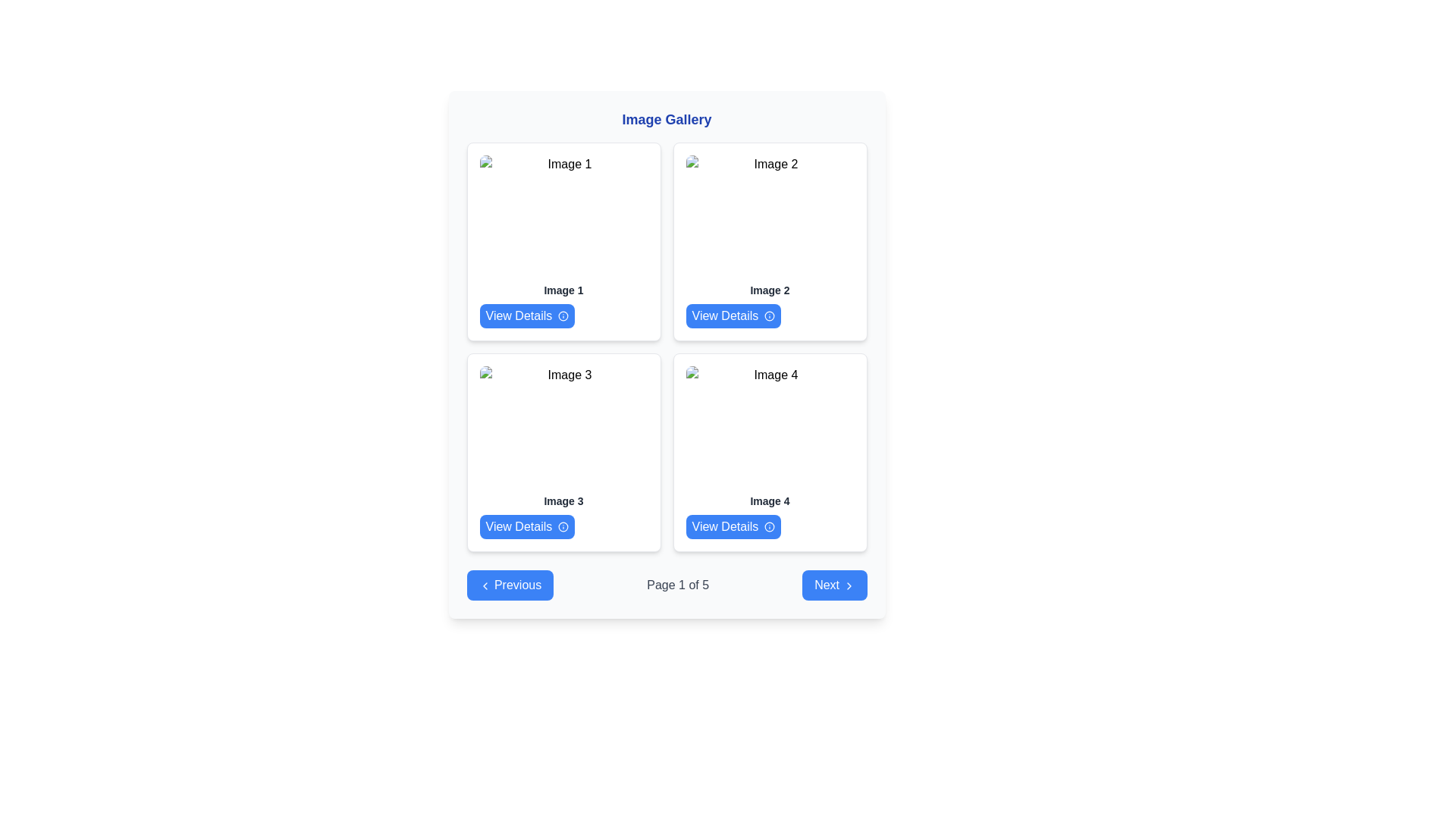  Describe the element at coordinates (510, 584) in the screenshot. I see `the navigation button located at the bottom left of the pagination controls` at that location.